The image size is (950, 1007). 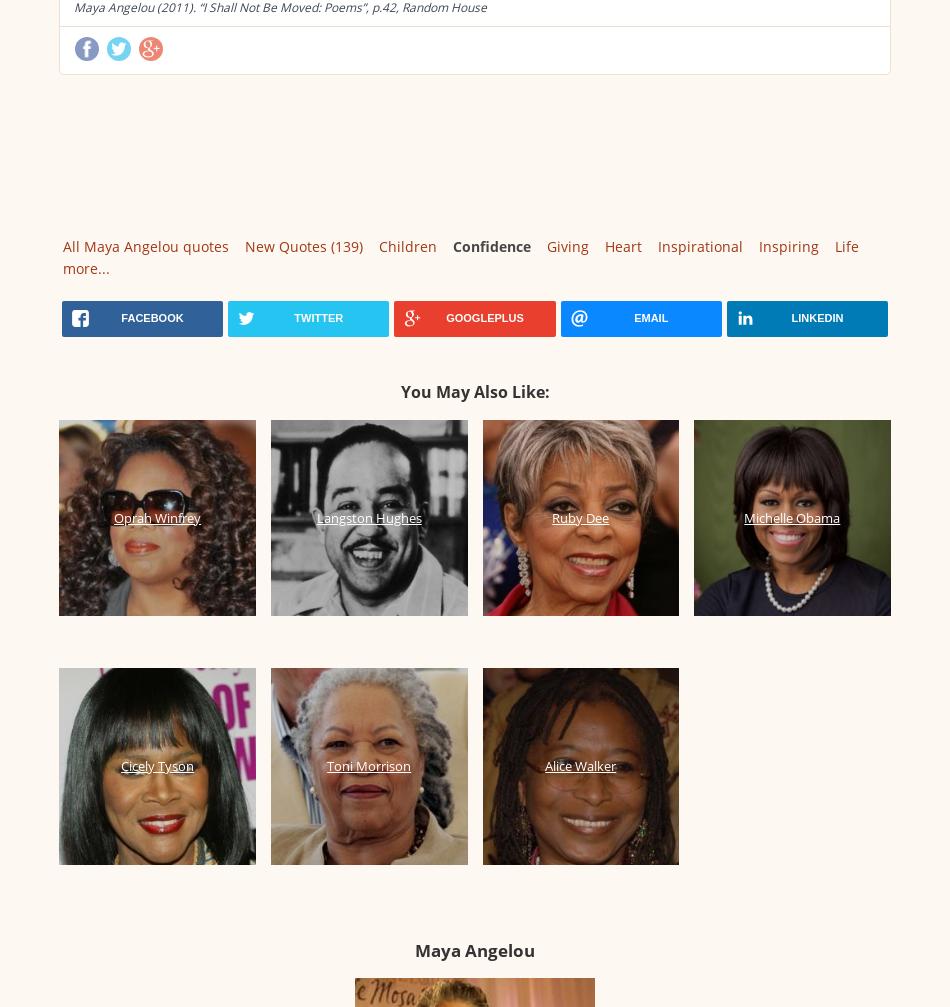 What do you see at coordinates (157, 515) in the screenshot?
I see `'Oprah Winfrey'` at bounding box center [157, 515].